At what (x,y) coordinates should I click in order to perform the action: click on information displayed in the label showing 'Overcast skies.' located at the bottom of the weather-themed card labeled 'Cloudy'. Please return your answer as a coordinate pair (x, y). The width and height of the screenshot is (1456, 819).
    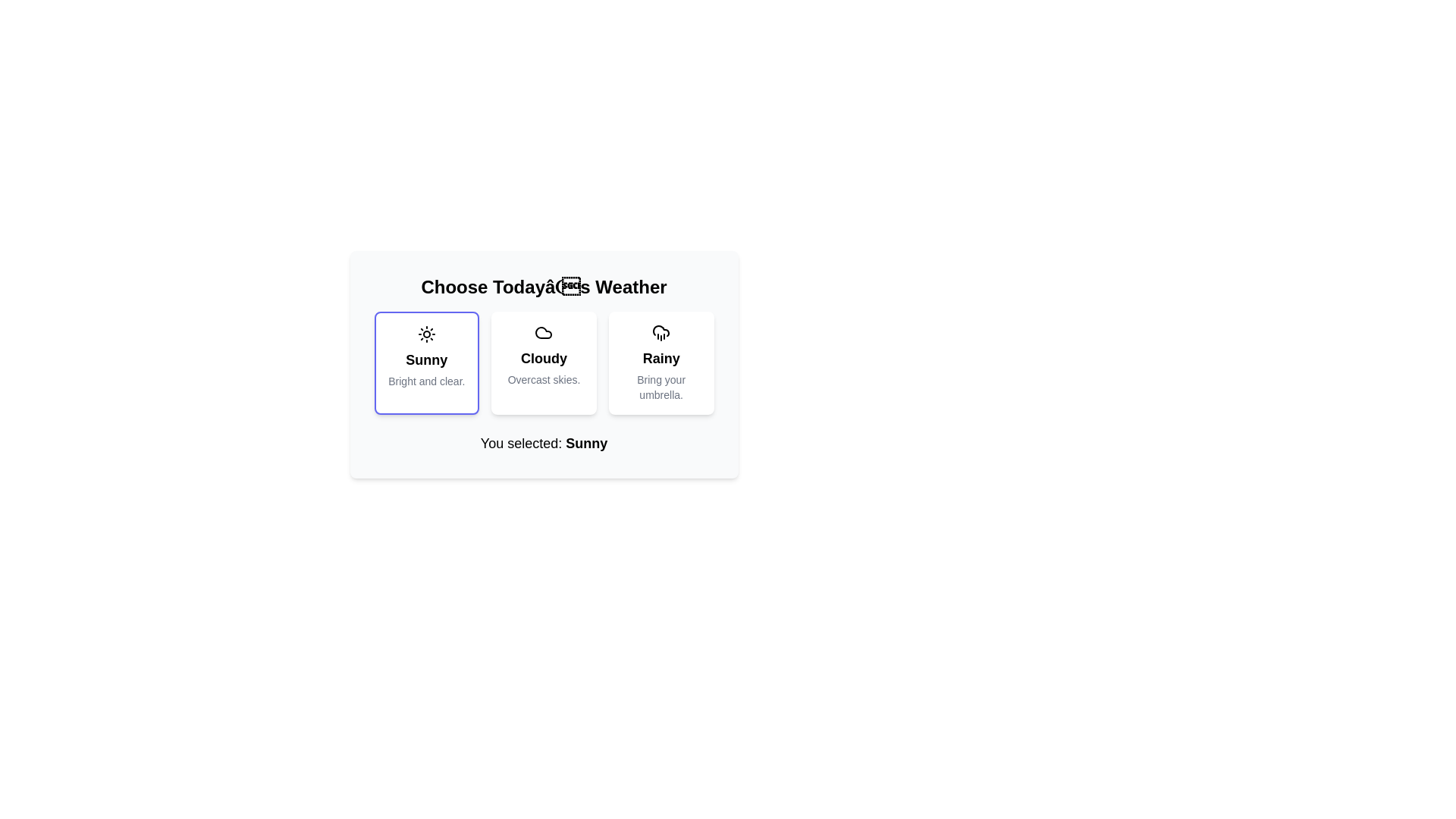
    Looking at the image, I should click on (544, 379).